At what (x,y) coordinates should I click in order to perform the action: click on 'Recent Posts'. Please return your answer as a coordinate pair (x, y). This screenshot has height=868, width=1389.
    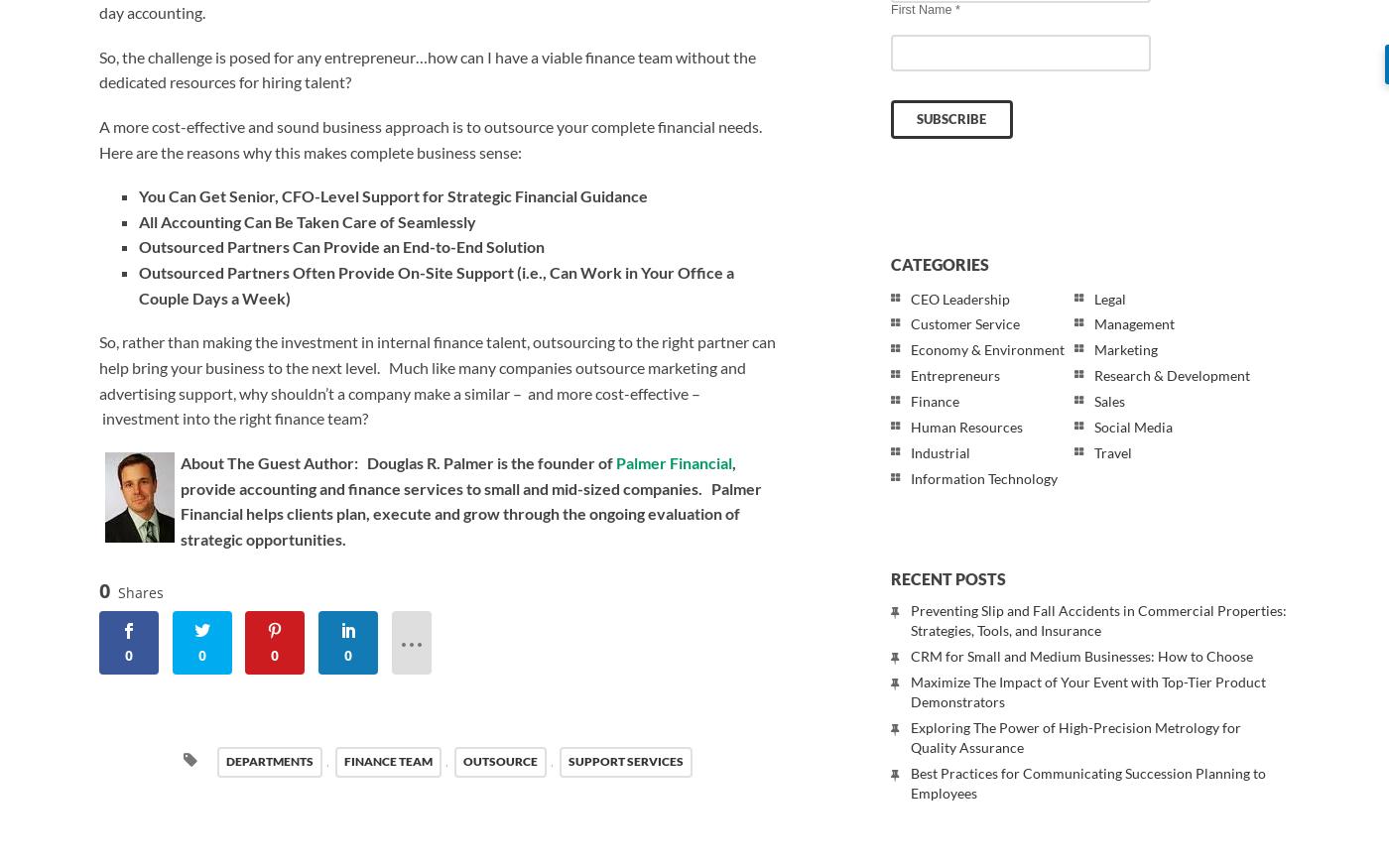
    Looking at the image, I should click on (946, 578).